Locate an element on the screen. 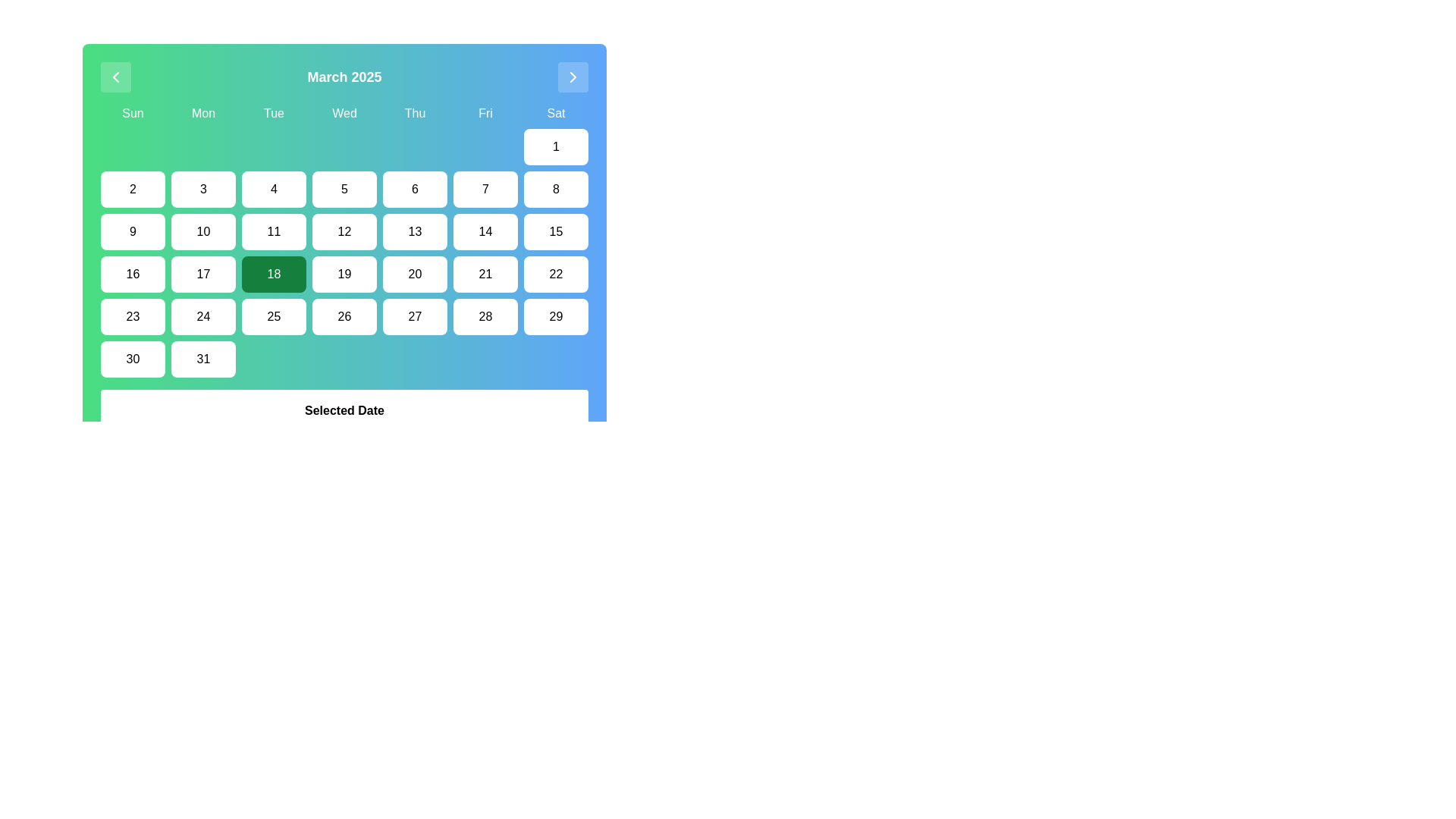 This screenshot has width=1456, height=819. the Text label that serves as a header indicating the subsequent information about the selected date, positioned above the text 'Tue Mar 18 2025' is located at coordinates (344, 411).